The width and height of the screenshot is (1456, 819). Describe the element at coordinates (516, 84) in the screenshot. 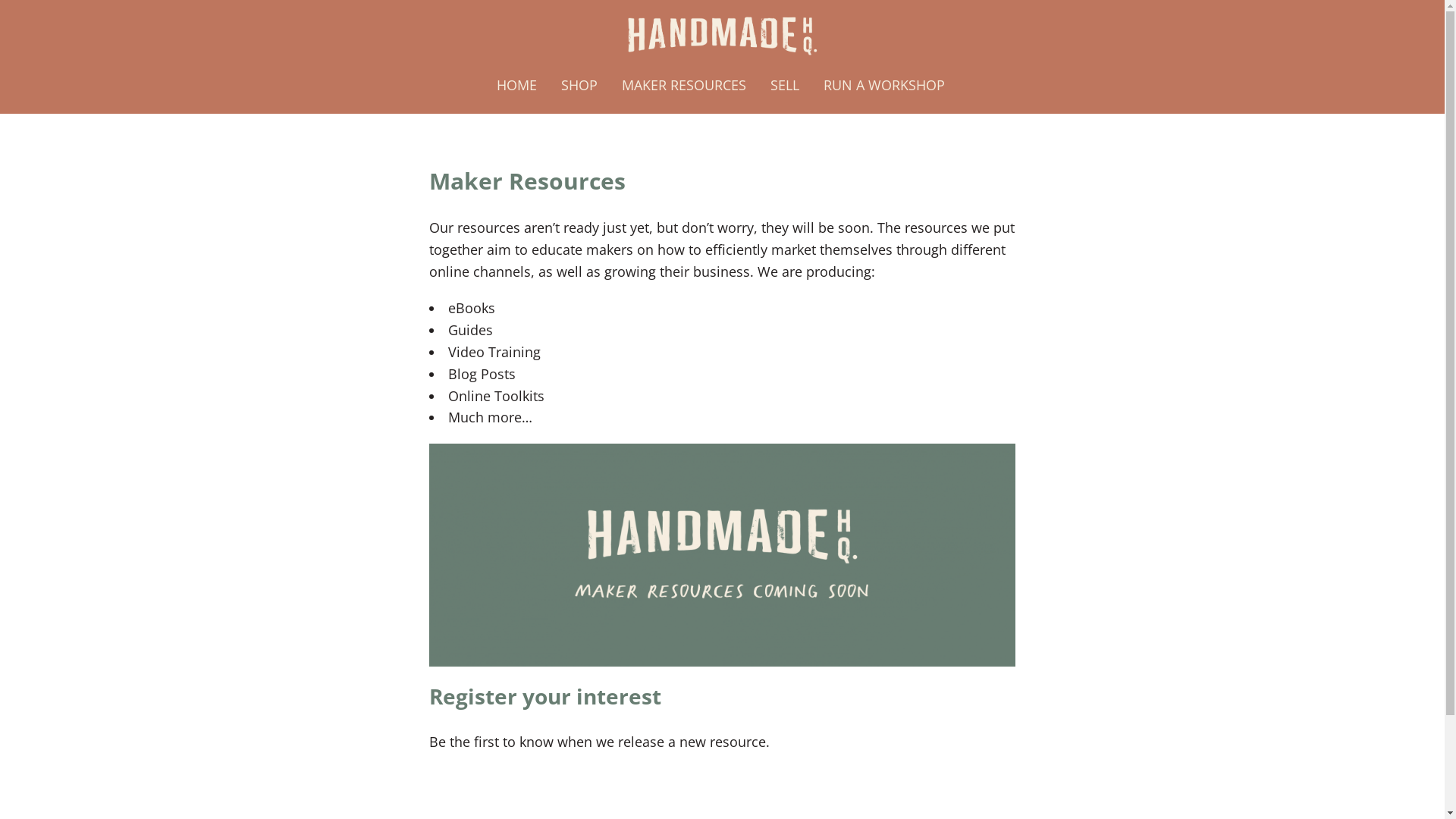

I see `'HOME'` at that location.